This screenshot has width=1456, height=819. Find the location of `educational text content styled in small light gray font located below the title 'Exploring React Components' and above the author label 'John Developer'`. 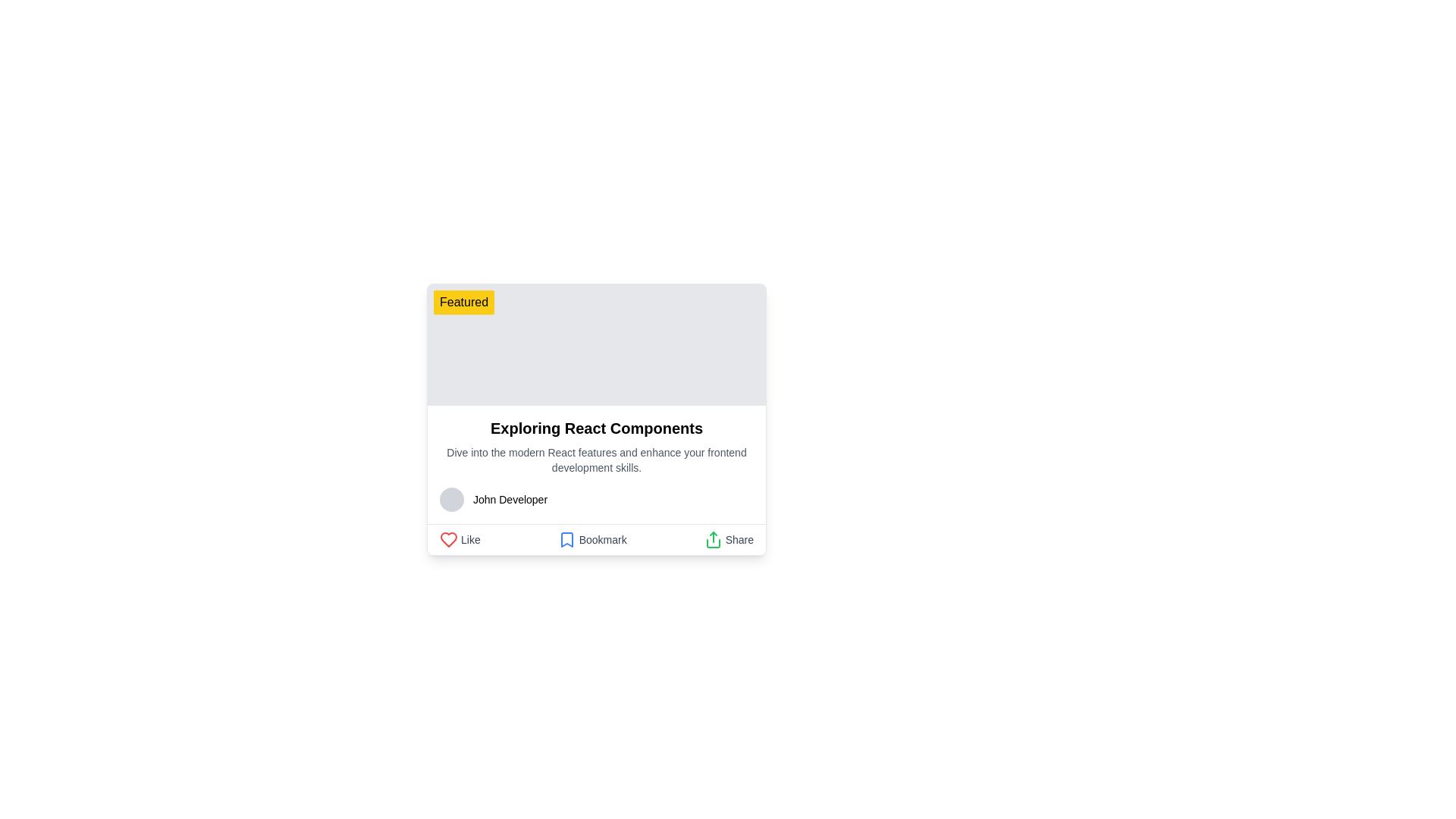

educational text content styled in small light gray font located below the title 'Exploring React Components' and above the author label 'John Developer' is located at coordinates (596, 459).